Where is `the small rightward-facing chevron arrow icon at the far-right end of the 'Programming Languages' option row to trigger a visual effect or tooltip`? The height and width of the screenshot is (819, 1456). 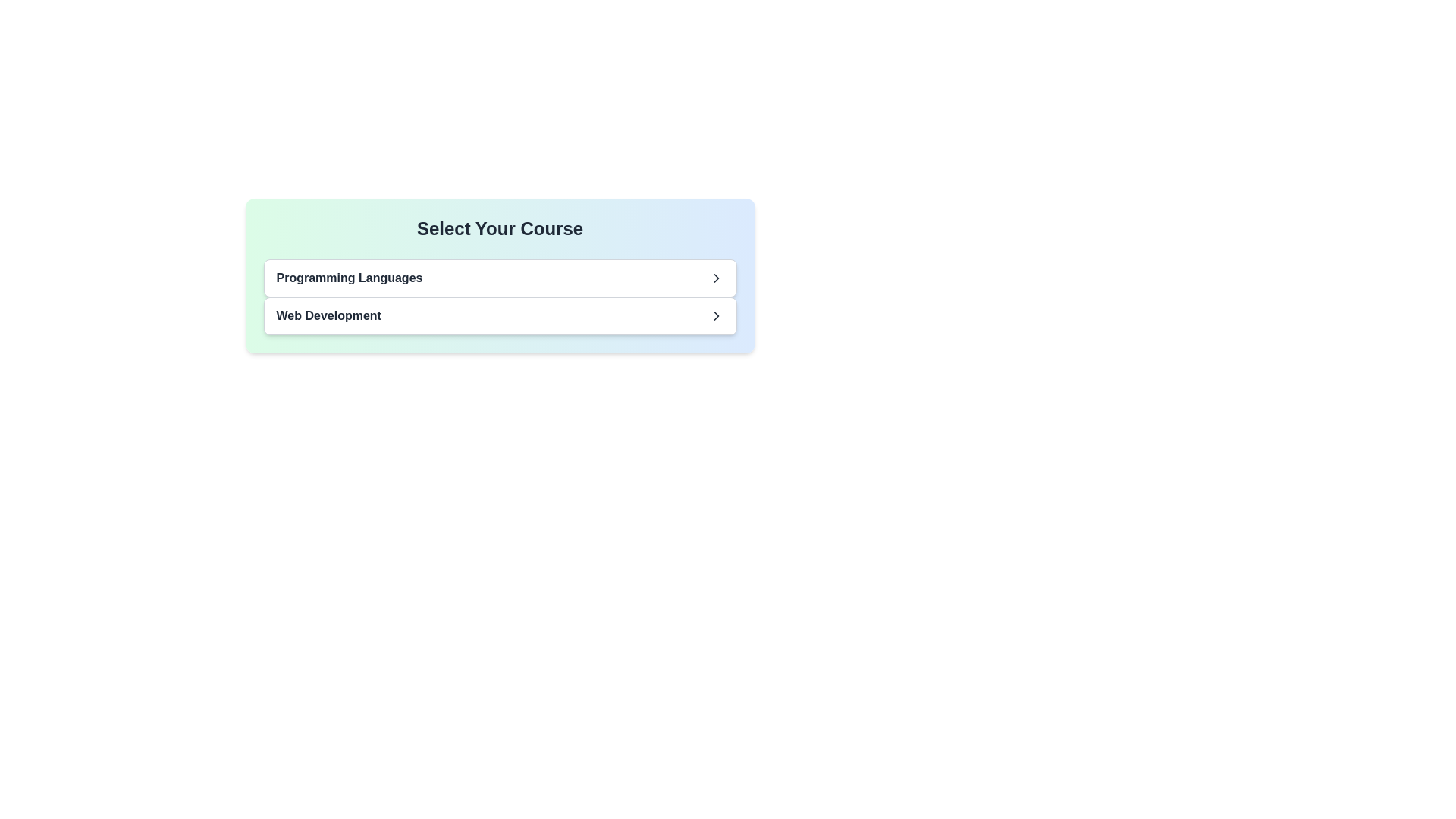
the small rightward-facing chevron arrow icon at the far-right end of the 'Programming Languages' option row to trigger a visual effect or tooltip is located at coordinates (715, 278).